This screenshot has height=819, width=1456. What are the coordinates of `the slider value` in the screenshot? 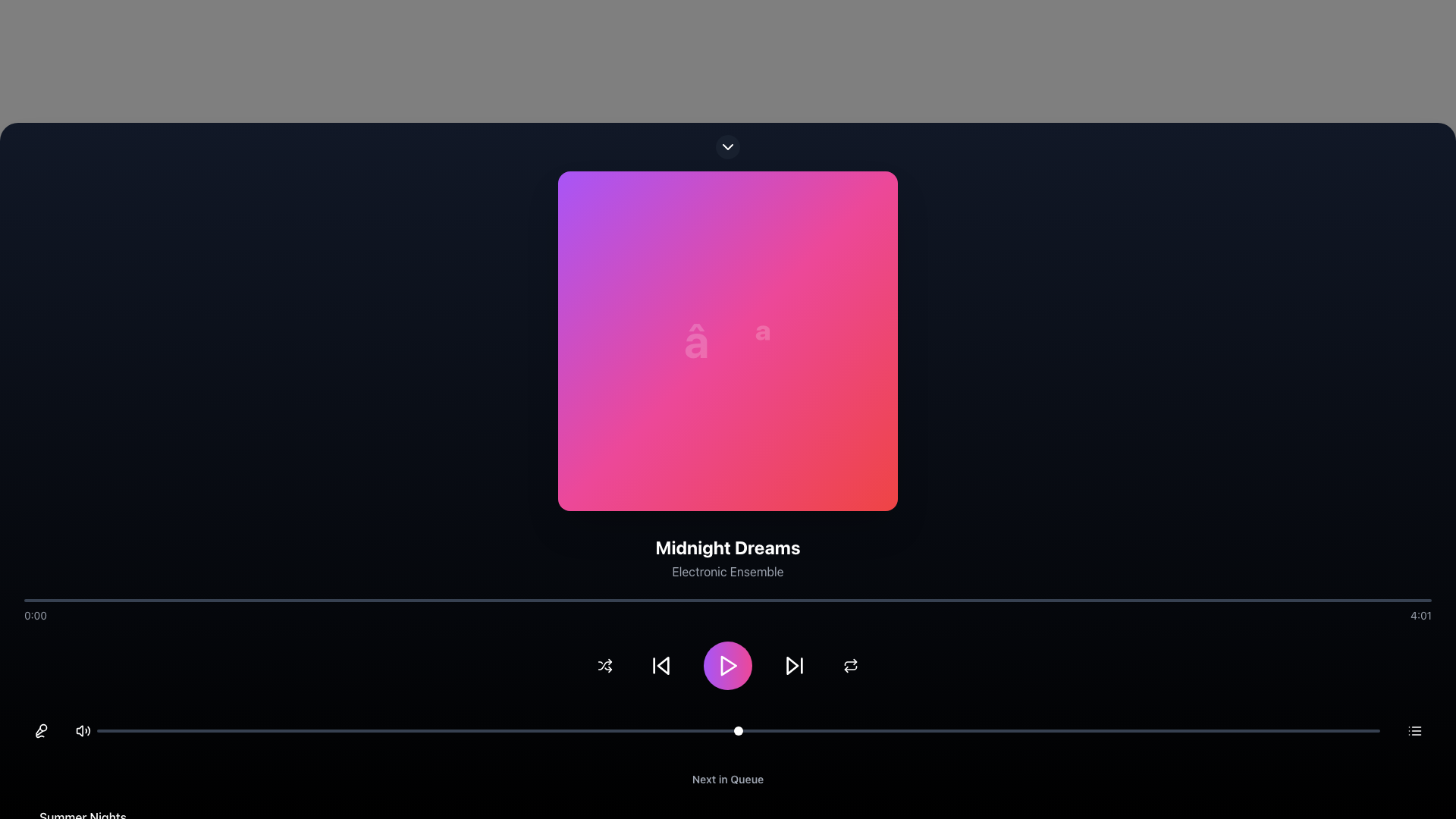 It's located at (623, 730).